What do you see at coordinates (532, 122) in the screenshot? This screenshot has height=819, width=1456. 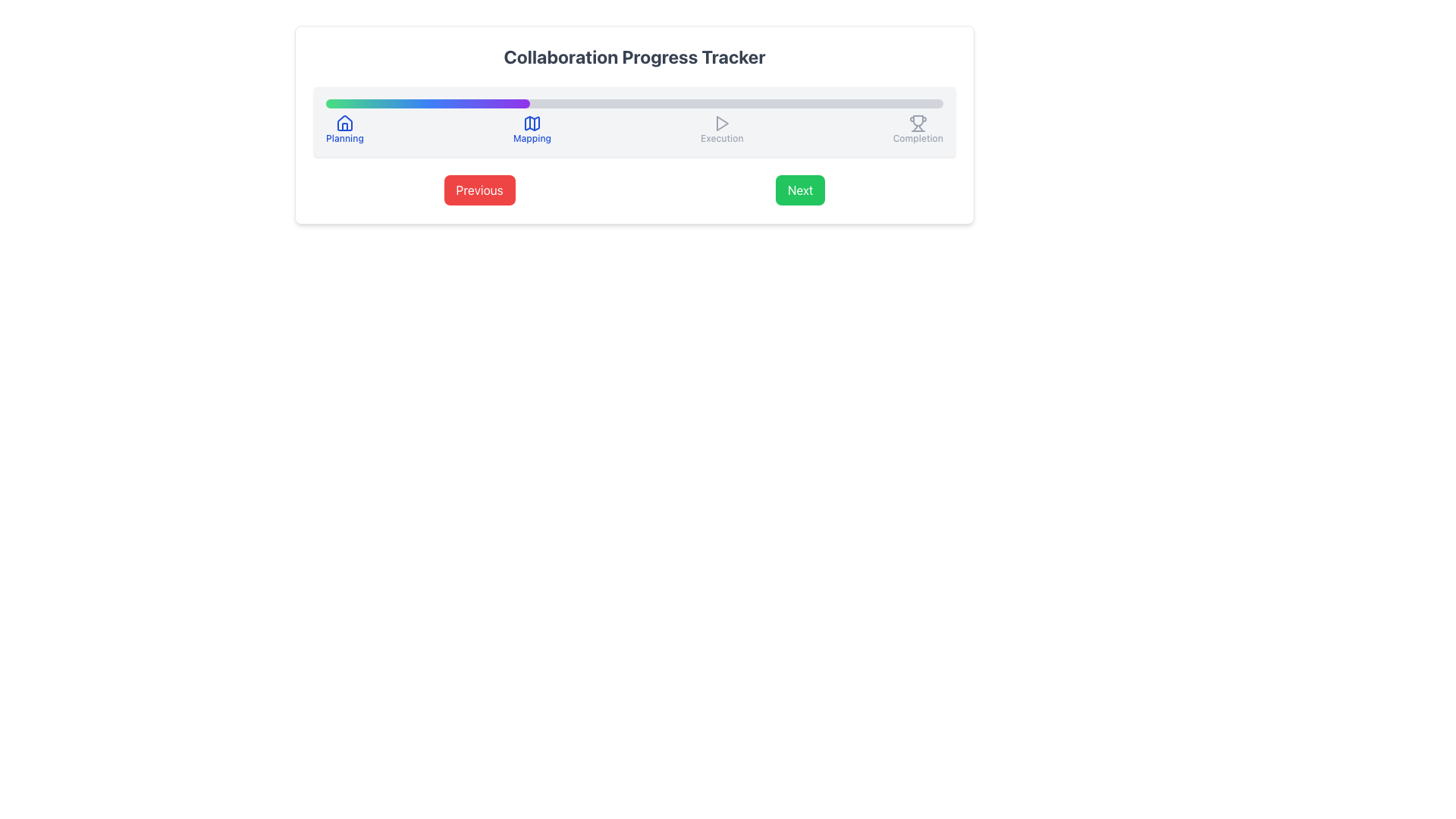 I see `the Iconographic Representation for the 'Mapping' stage in the progress tracker, which is the second icon from the left` at bounding box center [532, 122].